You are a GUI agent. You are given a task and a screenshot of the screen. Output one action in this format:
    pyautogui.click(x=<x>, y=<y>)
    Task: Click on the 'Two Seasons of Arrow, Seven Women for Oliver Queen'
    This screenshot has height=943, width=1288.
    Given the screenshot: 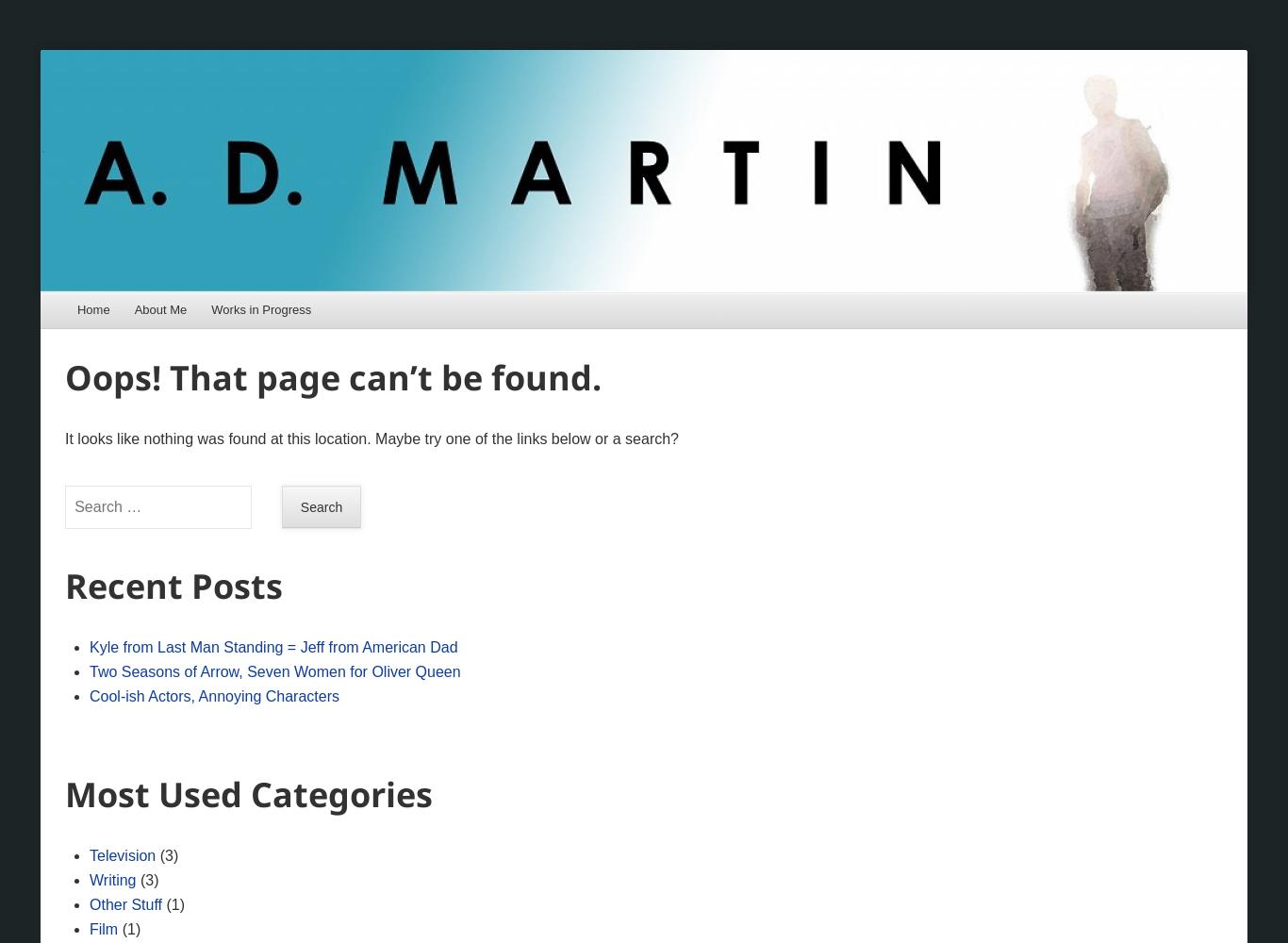 What is the action you would take?
    pyautogui.click(x=273, y=670)
    